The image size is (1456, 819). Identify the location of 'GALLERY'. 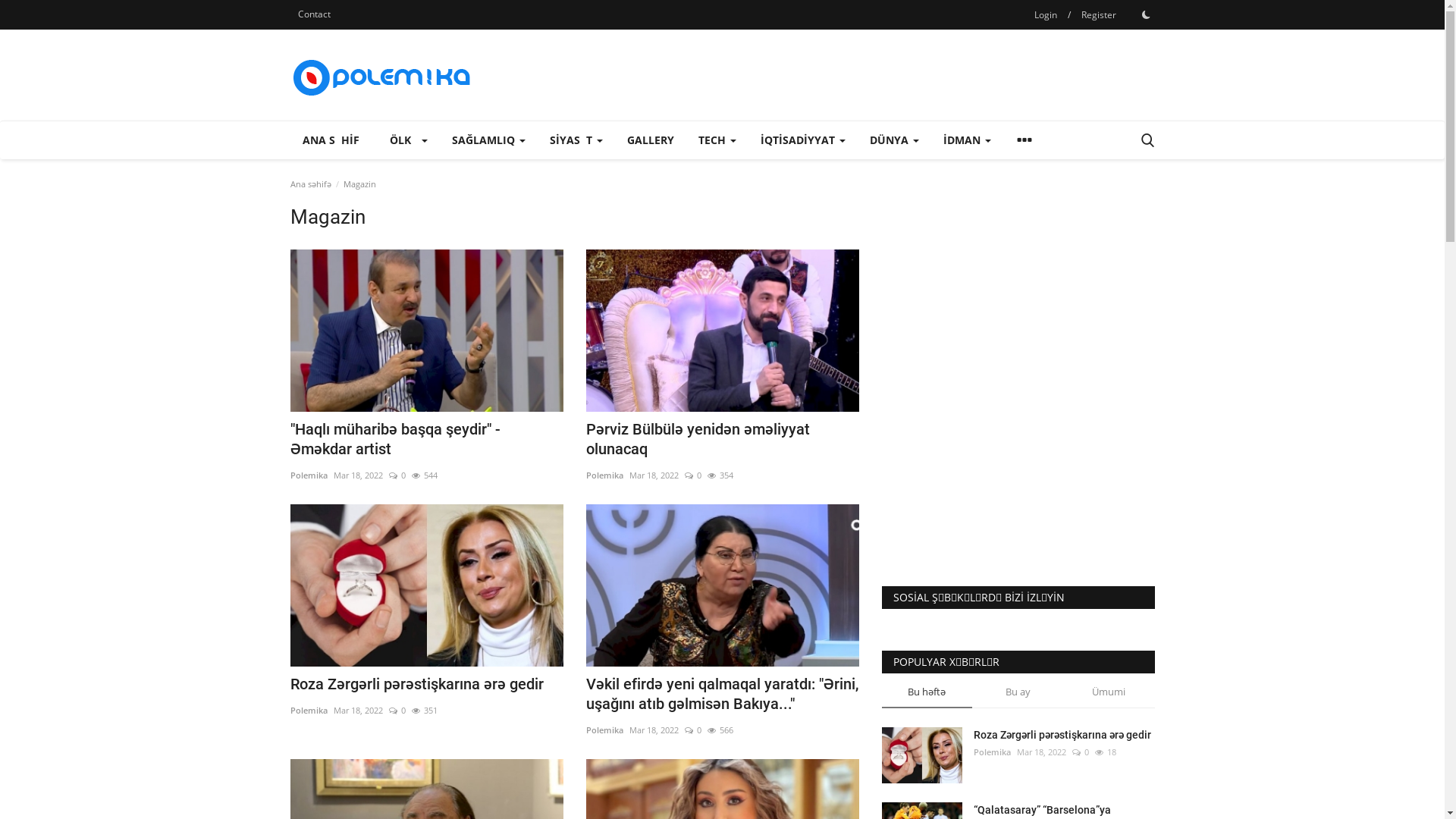
(614, 140).